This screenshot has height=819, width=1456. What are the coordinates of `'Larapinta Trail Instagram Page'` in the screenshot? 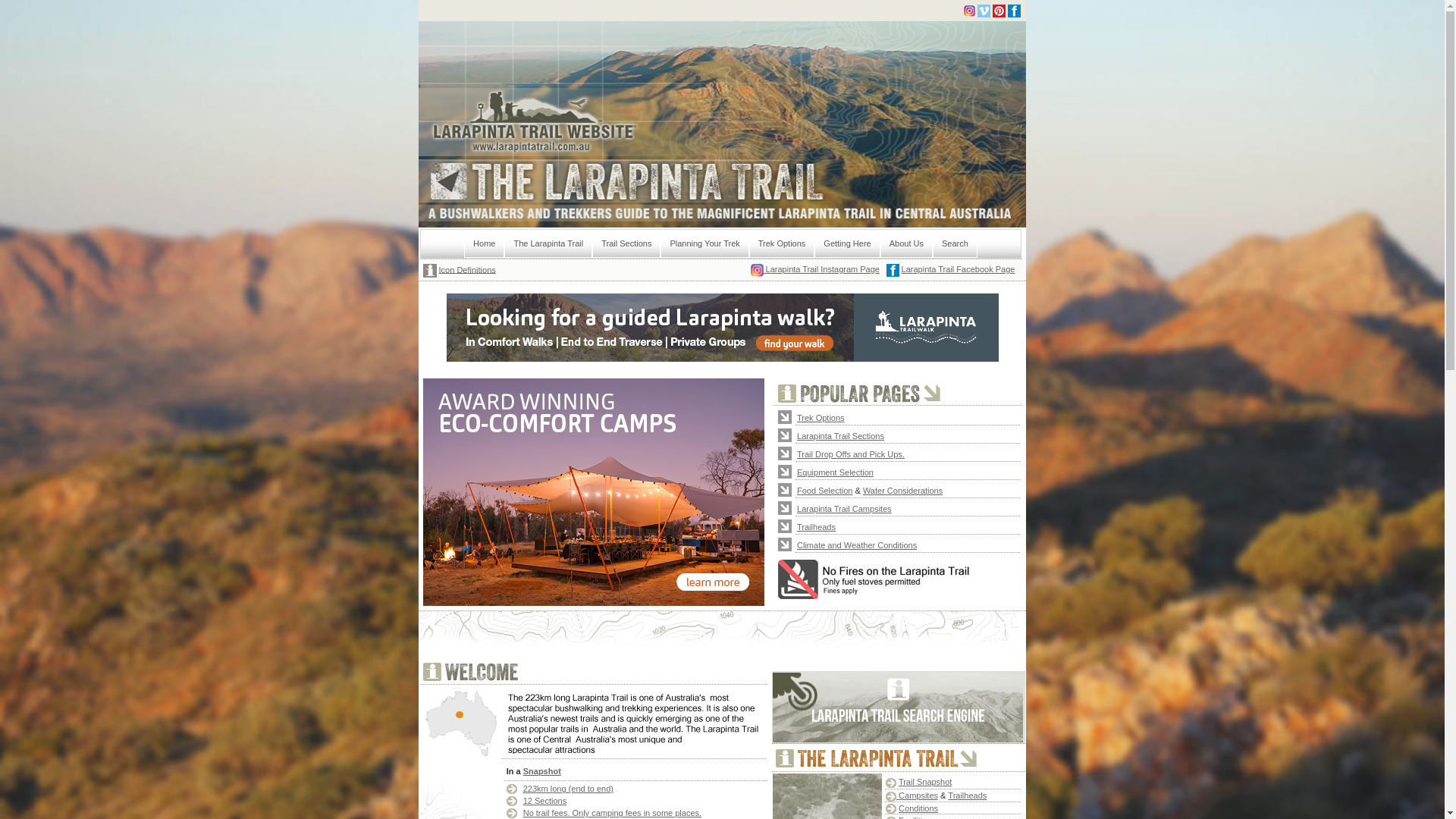 It's located at (820, 268).